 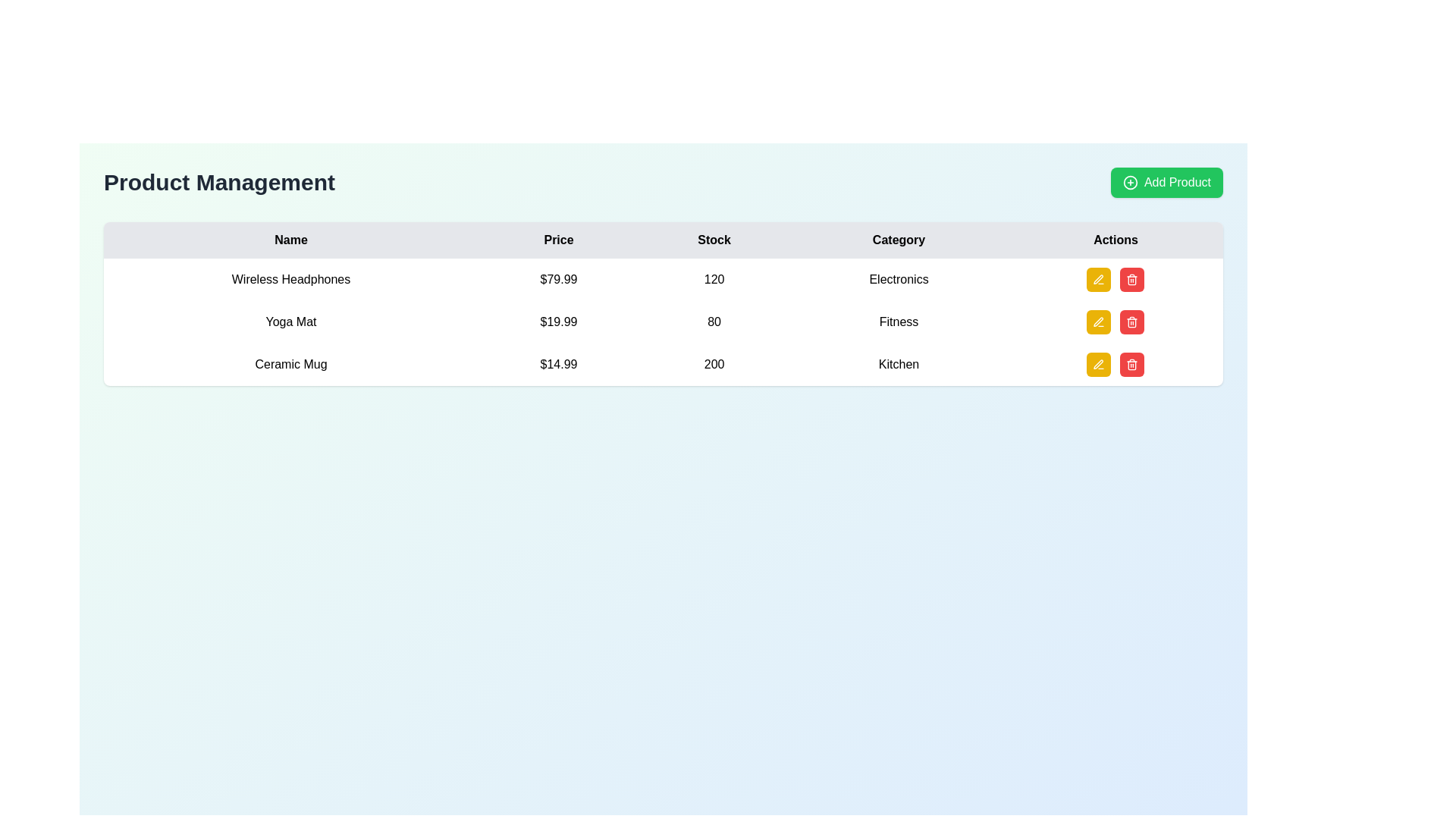 What do you see at coordinates (1132, 365) in the screenshot?
I see `the delete button located in the 'Actions' column of the last row of the table, which corresponds to the 'Ceramic Mug' entry` at bounding box center [1132, 365].